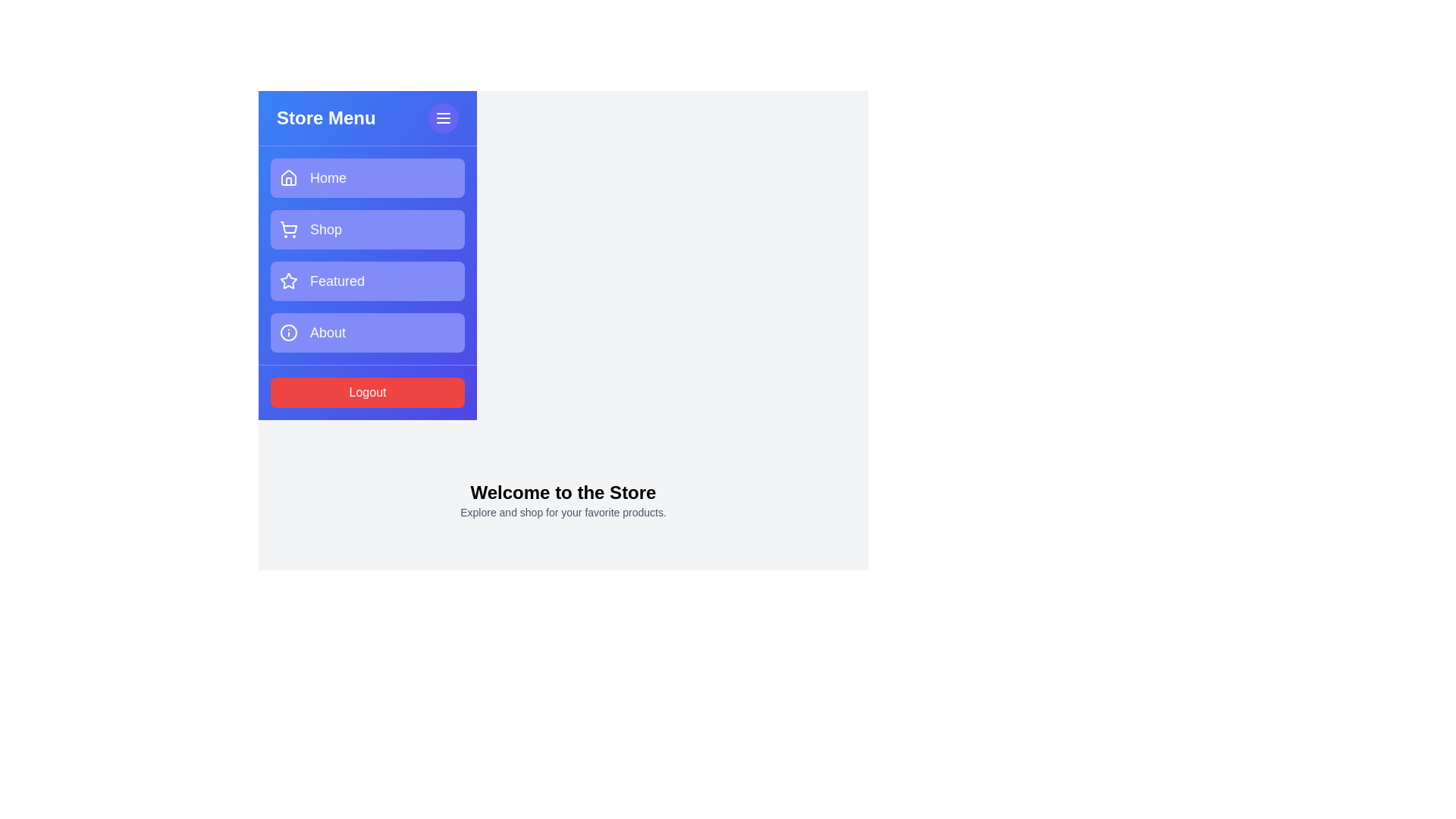 The width and height of the screenshot is (1456, 819). Describe the element at coordinates (367, 332) in the screenshot. I see `the About button to navigate to the respective section` at that location.